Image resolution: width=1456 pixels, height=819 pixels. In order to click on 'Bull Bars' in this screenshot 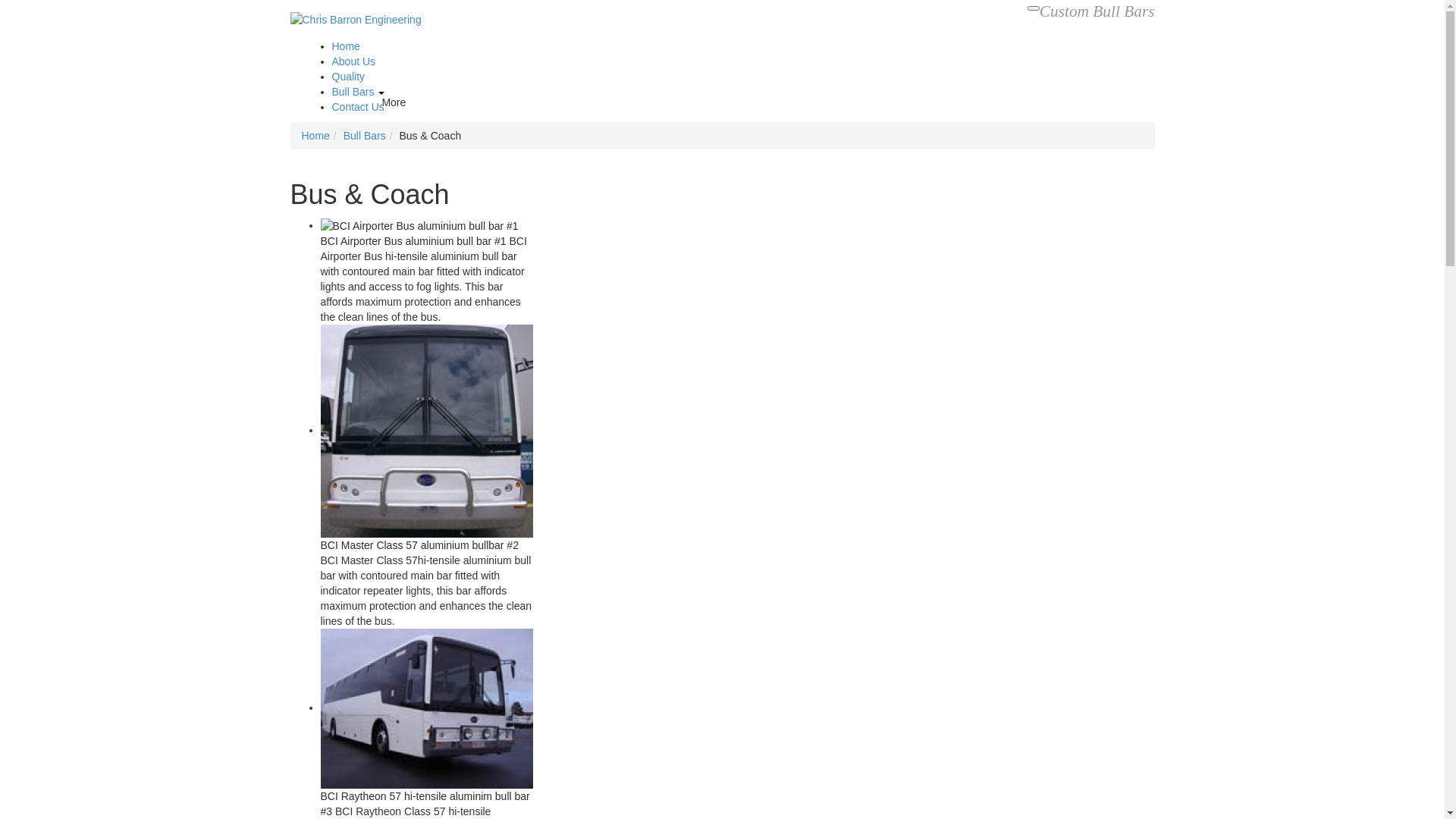, I will do `click(331, 91)`.